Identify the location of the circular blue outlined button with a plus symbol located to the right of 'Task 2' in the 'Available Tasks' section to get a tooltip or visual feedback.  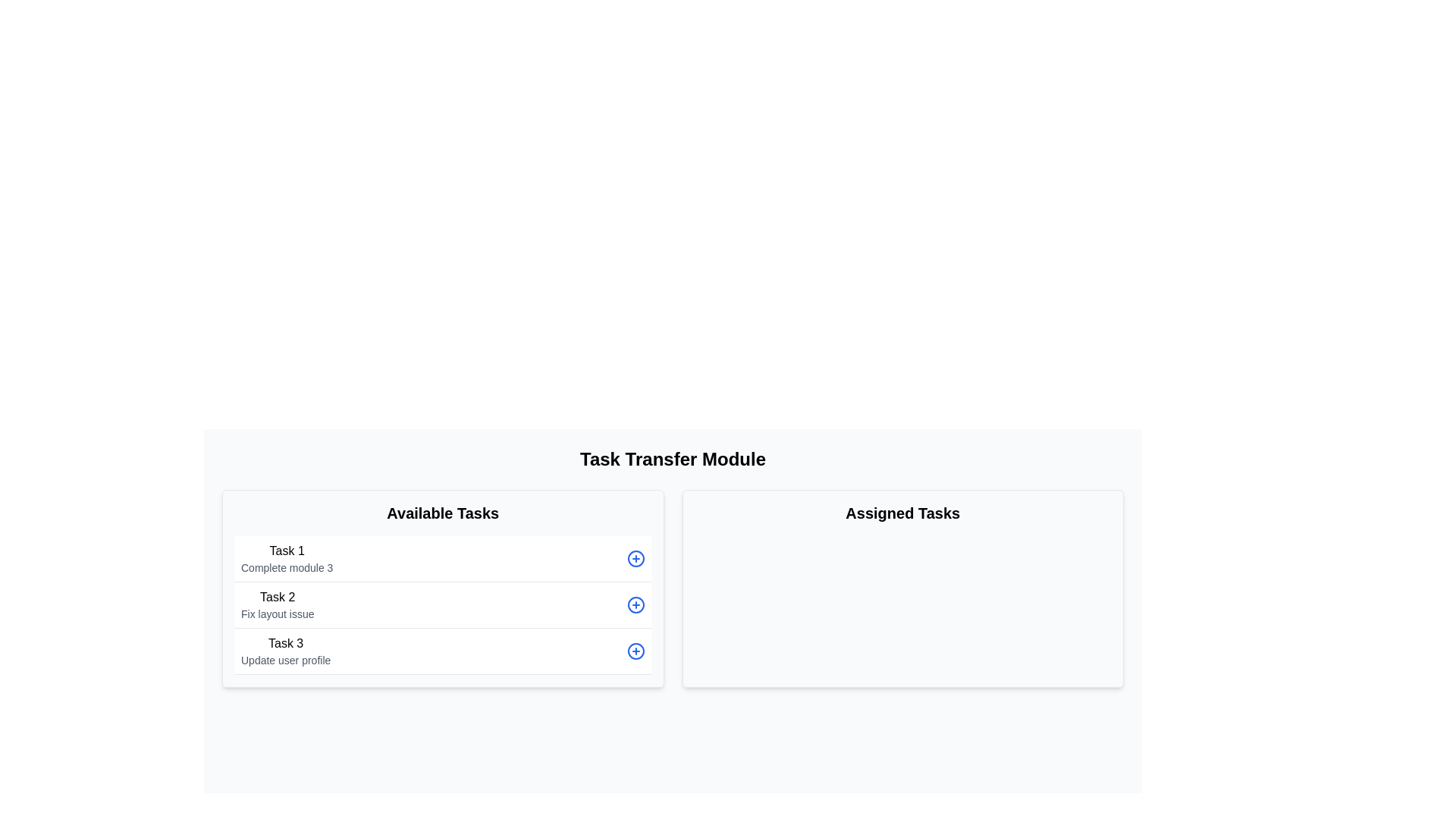
(635, 604).